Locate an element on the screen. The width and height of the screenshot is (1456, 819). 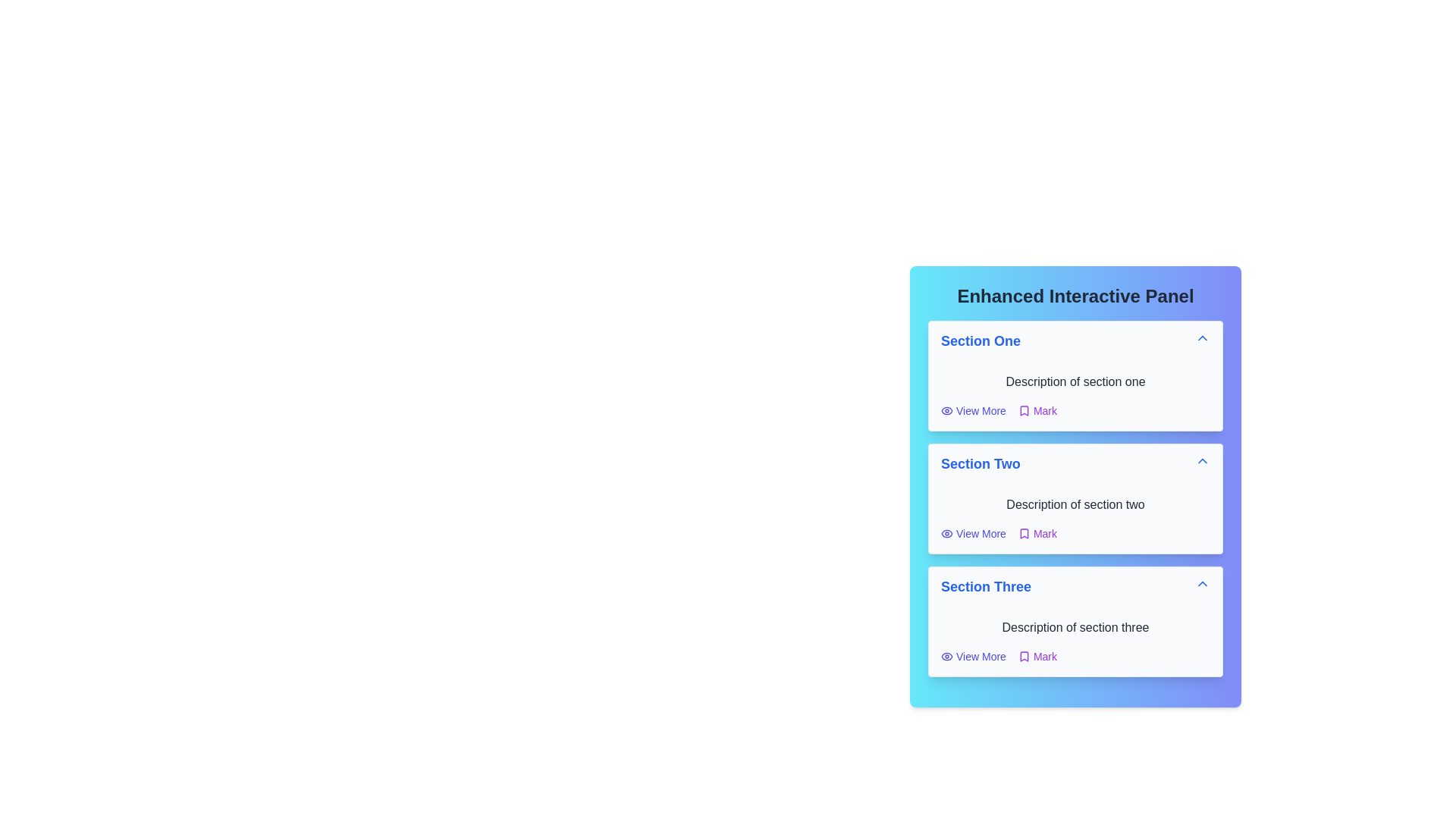
the visual state of the bookmark-shaped icon located in 'Section Three' of the 'Enhanced Interactive Panel', next to the 'View More' text is located at coordinates (1024, 656).